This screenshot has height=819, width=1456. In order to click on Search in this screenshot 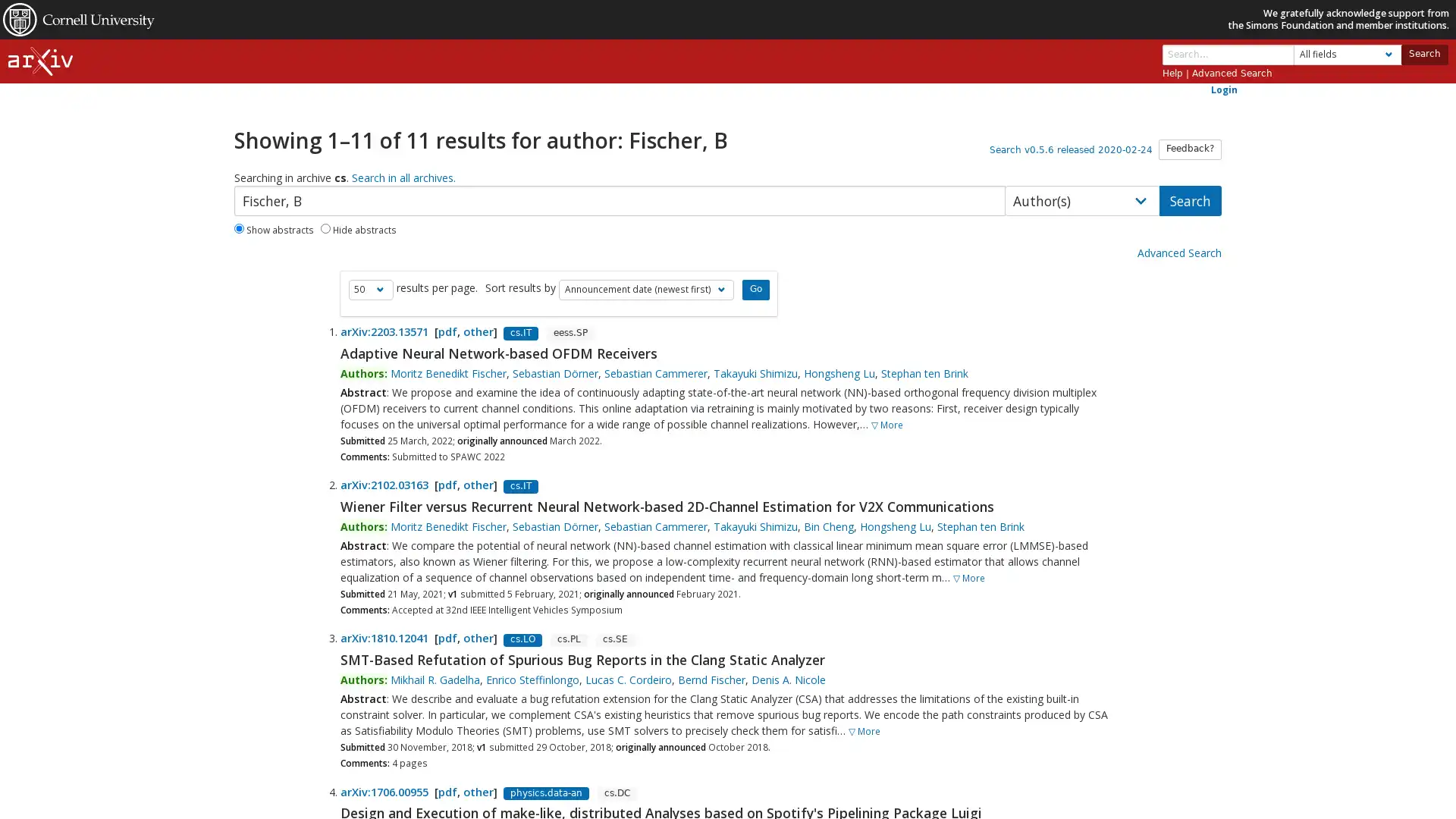, I will do `click(1189, 199)`.